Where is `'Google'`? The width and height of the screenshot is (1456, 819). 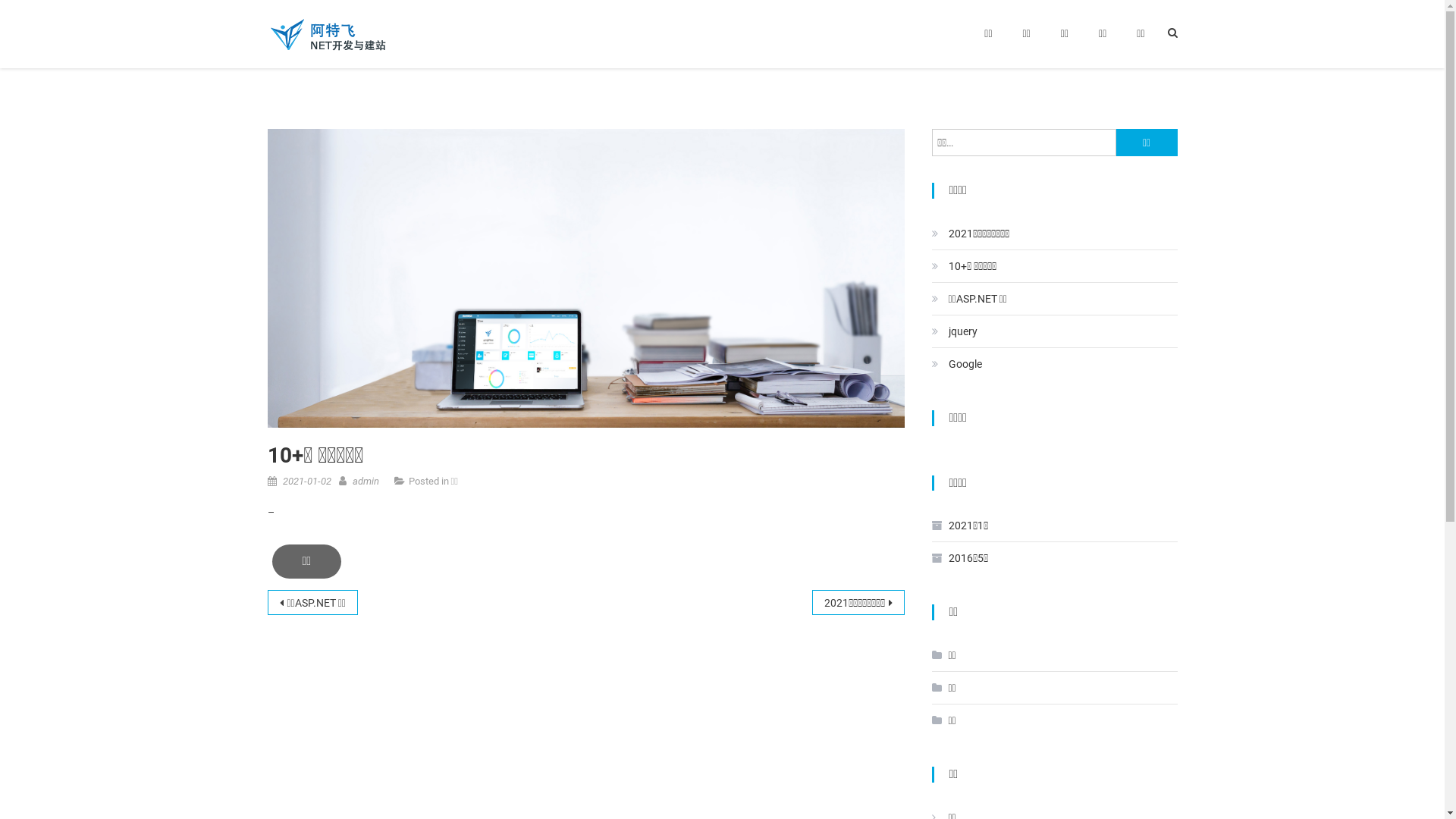 'Google' is located at coordinates (955, 363).